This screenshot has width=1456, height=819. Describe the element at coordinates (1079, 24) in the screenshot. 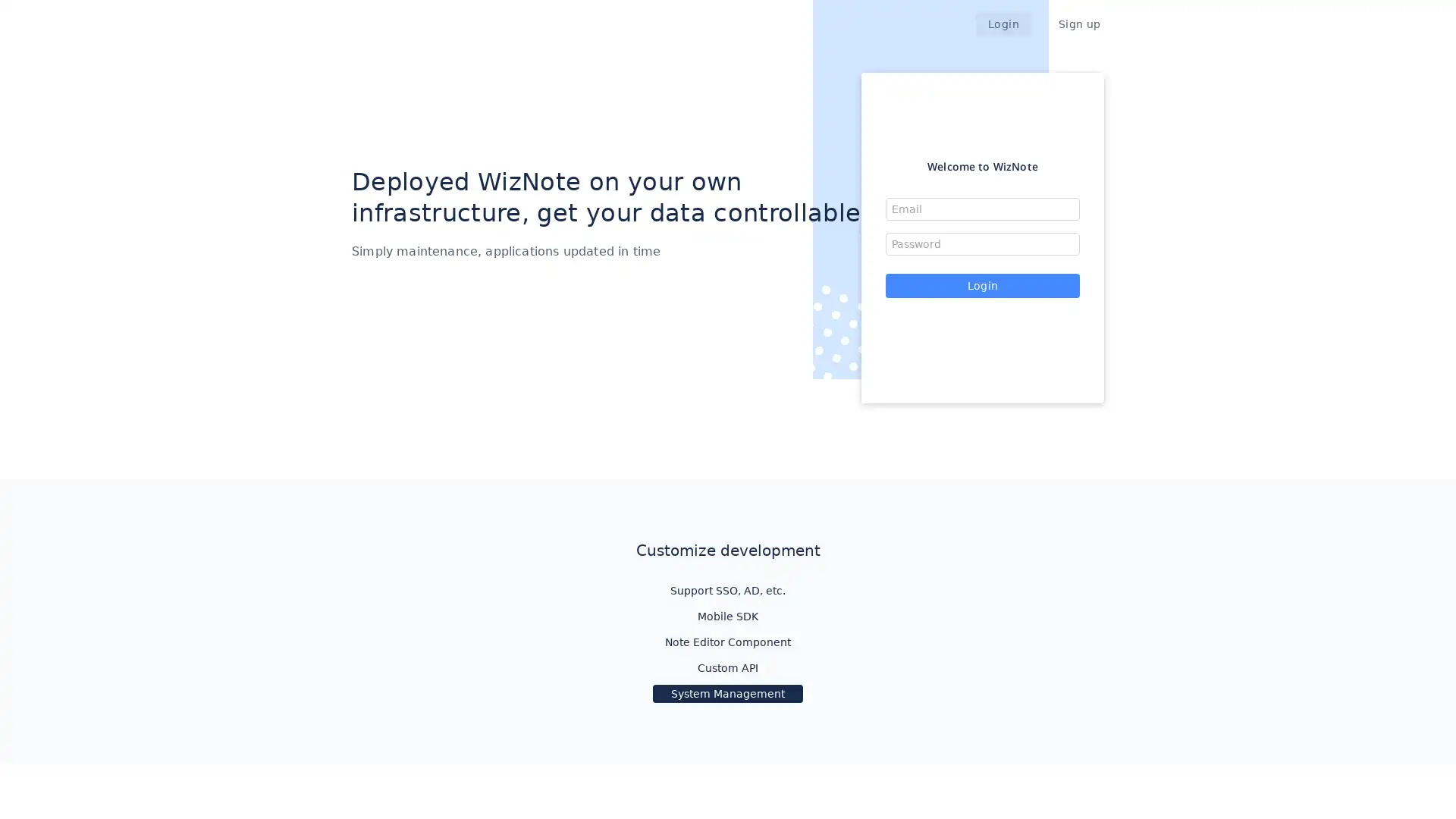

I see `Sign up` at that location.